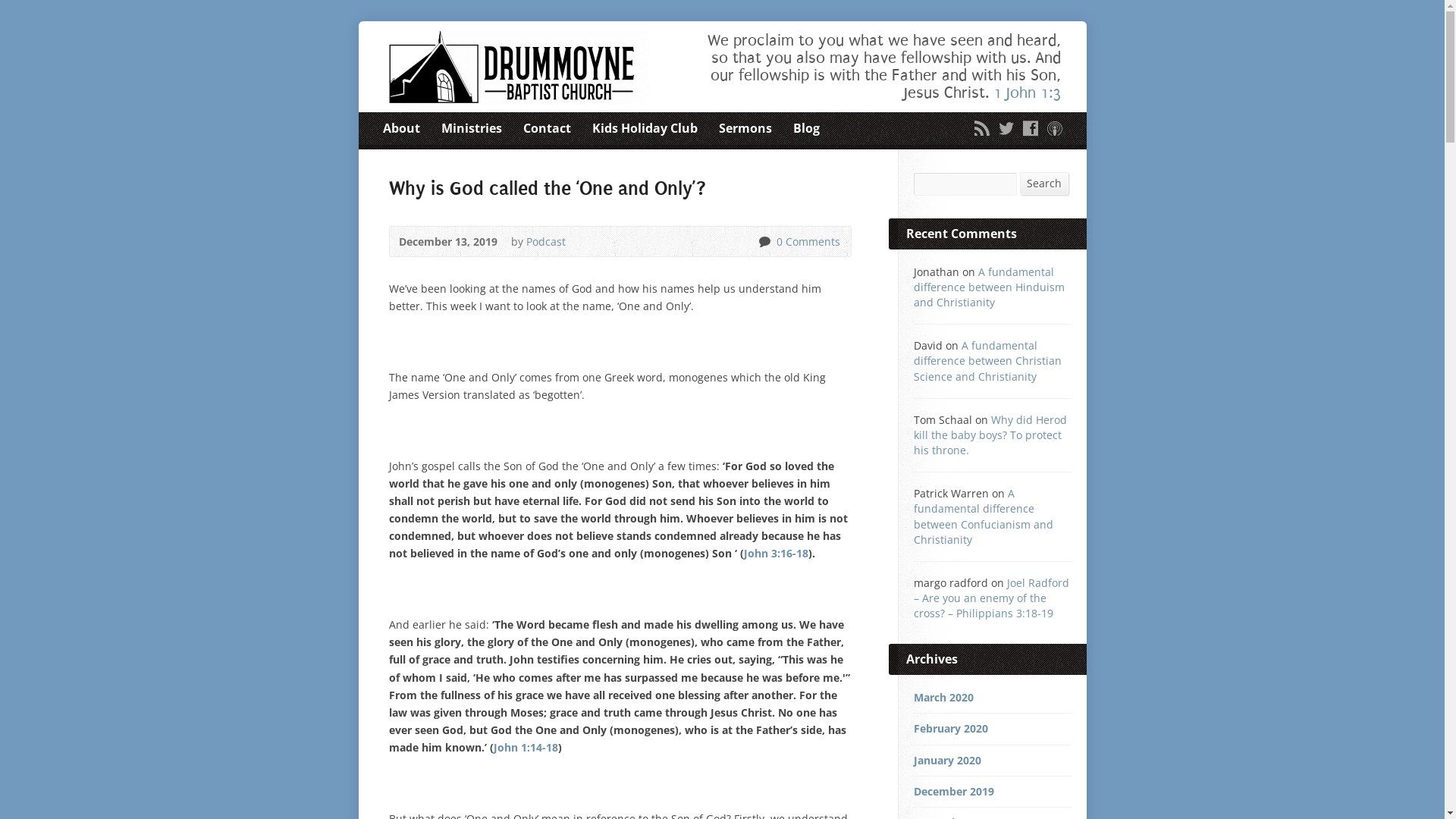 The height and width of the screenshot is (819, 1456). What do you see at coordinates (912, 287) in the screenshot?
I see `'A fundamental difference between Hinduism and Christianity'` at bounding box center [912, 287].